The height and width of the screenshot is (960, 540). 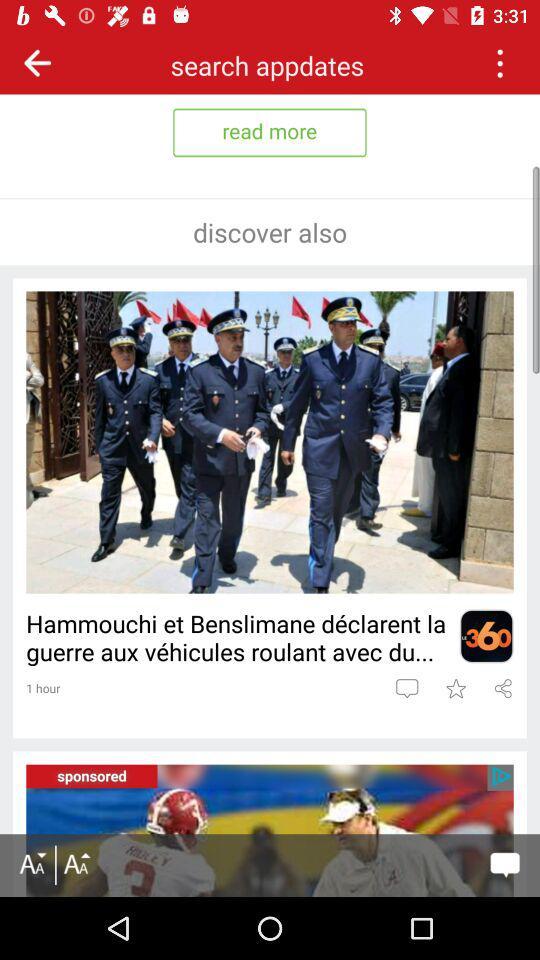 What do you see at coordinates (406, 688) in the screenshot?
I see `the chat icon` at bounding box center [406, 688].